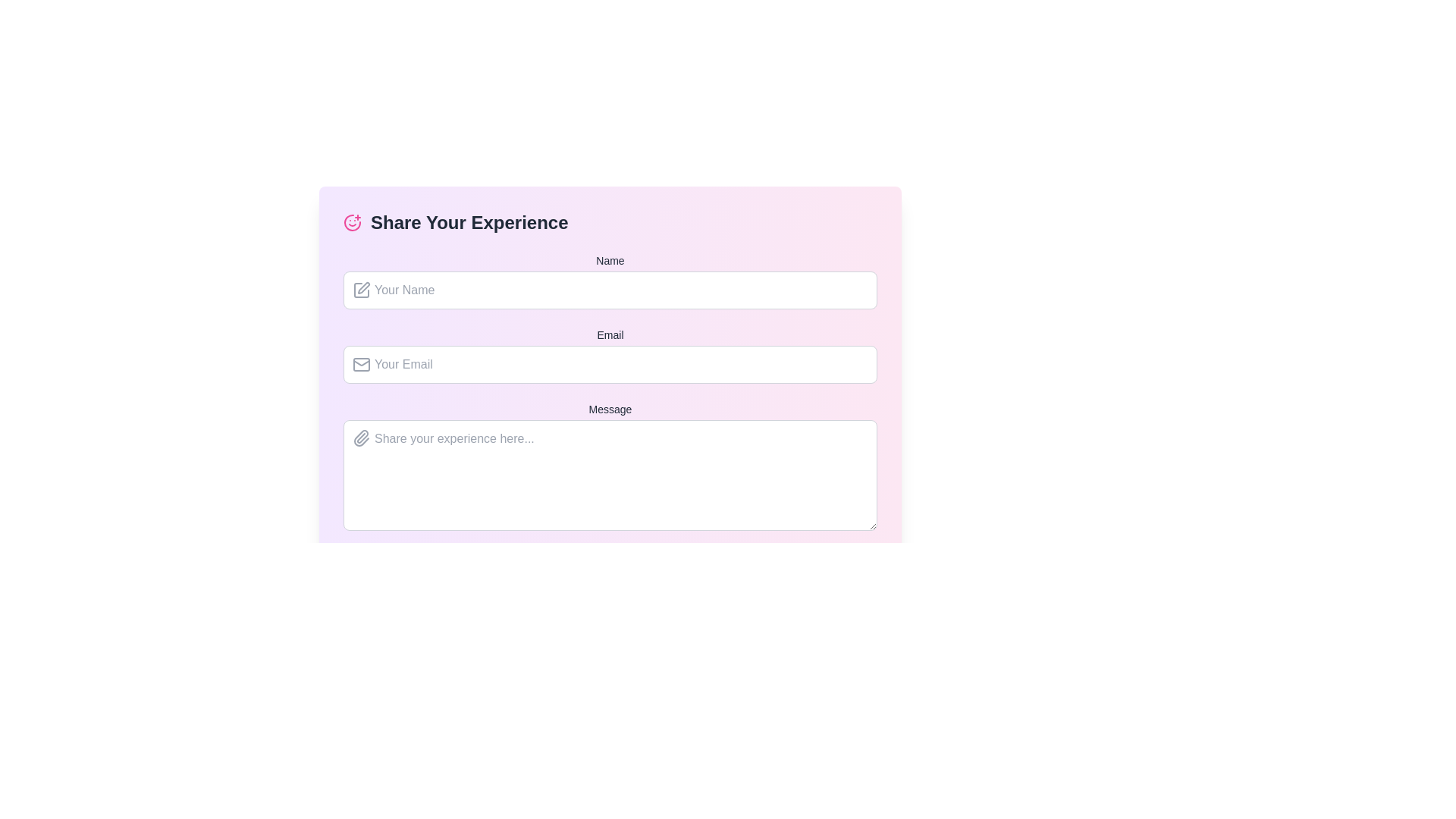  What do you see at coordinates (610, 409) in the screenshot?
I see `the 'Message' text label which is styled in a medium-sized, gray, bold sans-serif font, positioned above the multi-line text input field` at bounding box center [610, 409].